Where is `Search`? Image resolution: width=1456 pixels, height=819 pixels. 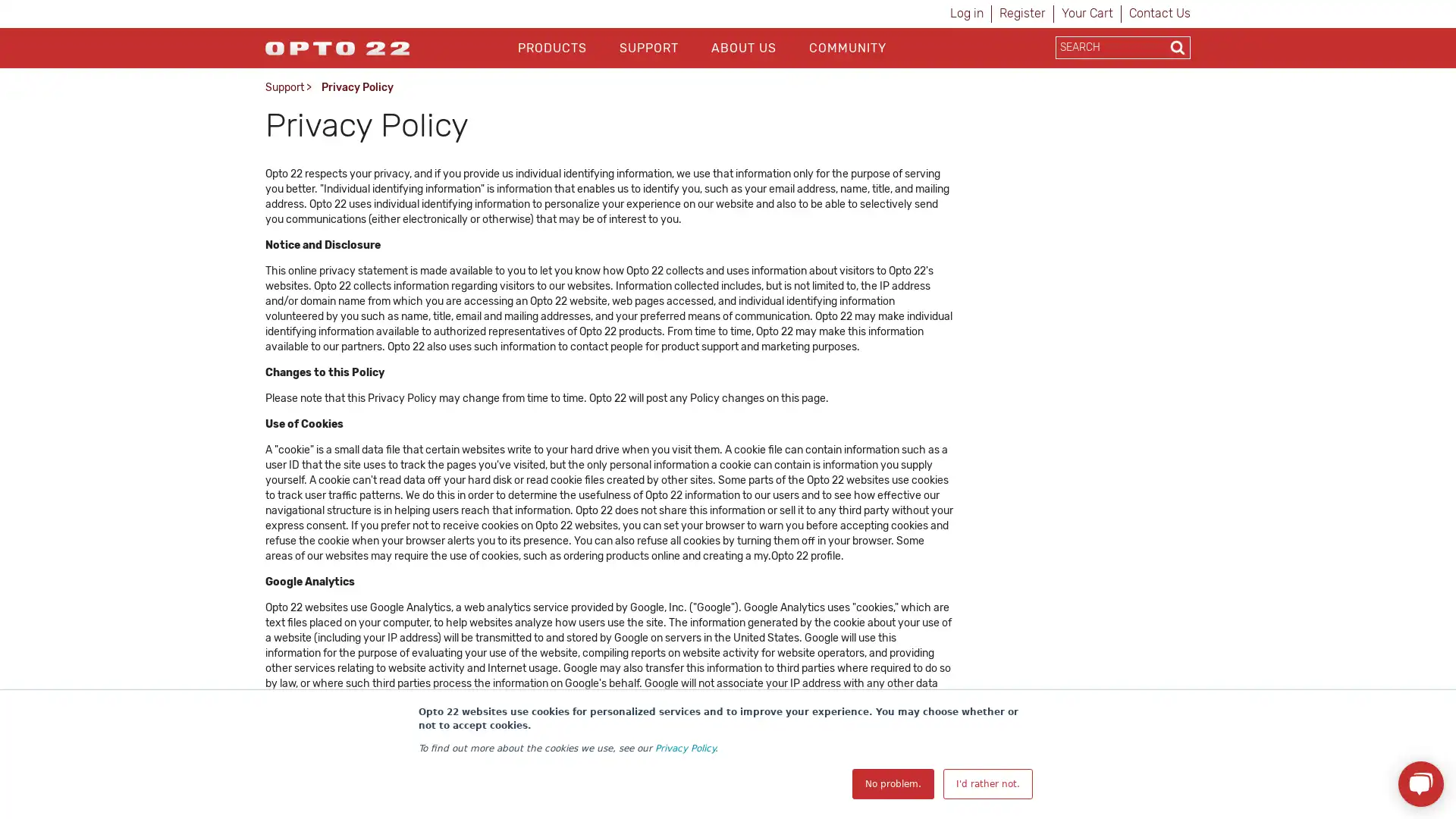 Search is located at coordinates (1177, 45).